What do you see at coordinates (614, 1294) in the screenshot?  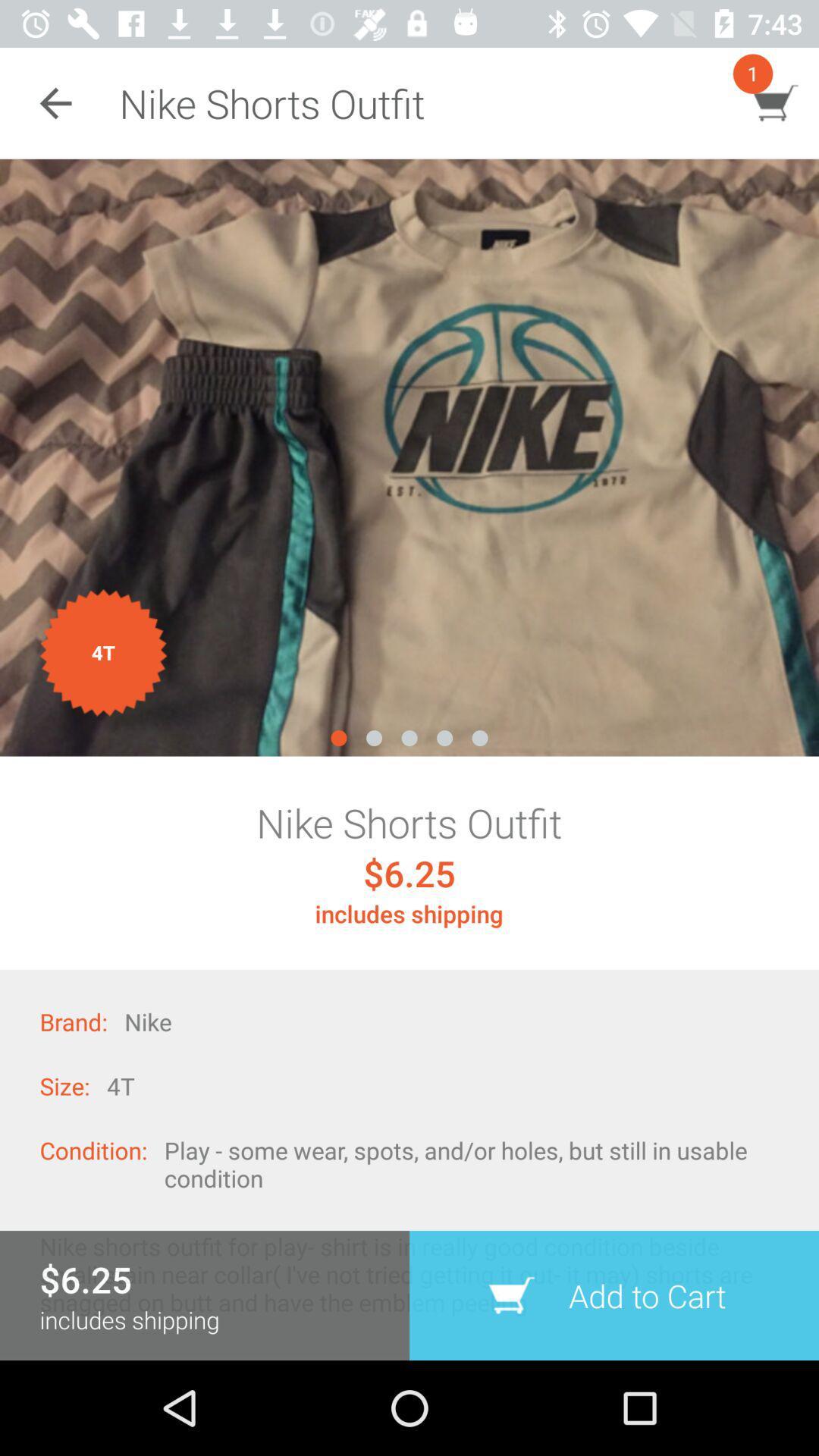 I see `the icon to the right of the includes shipping` at bounding box center [614, 1294].